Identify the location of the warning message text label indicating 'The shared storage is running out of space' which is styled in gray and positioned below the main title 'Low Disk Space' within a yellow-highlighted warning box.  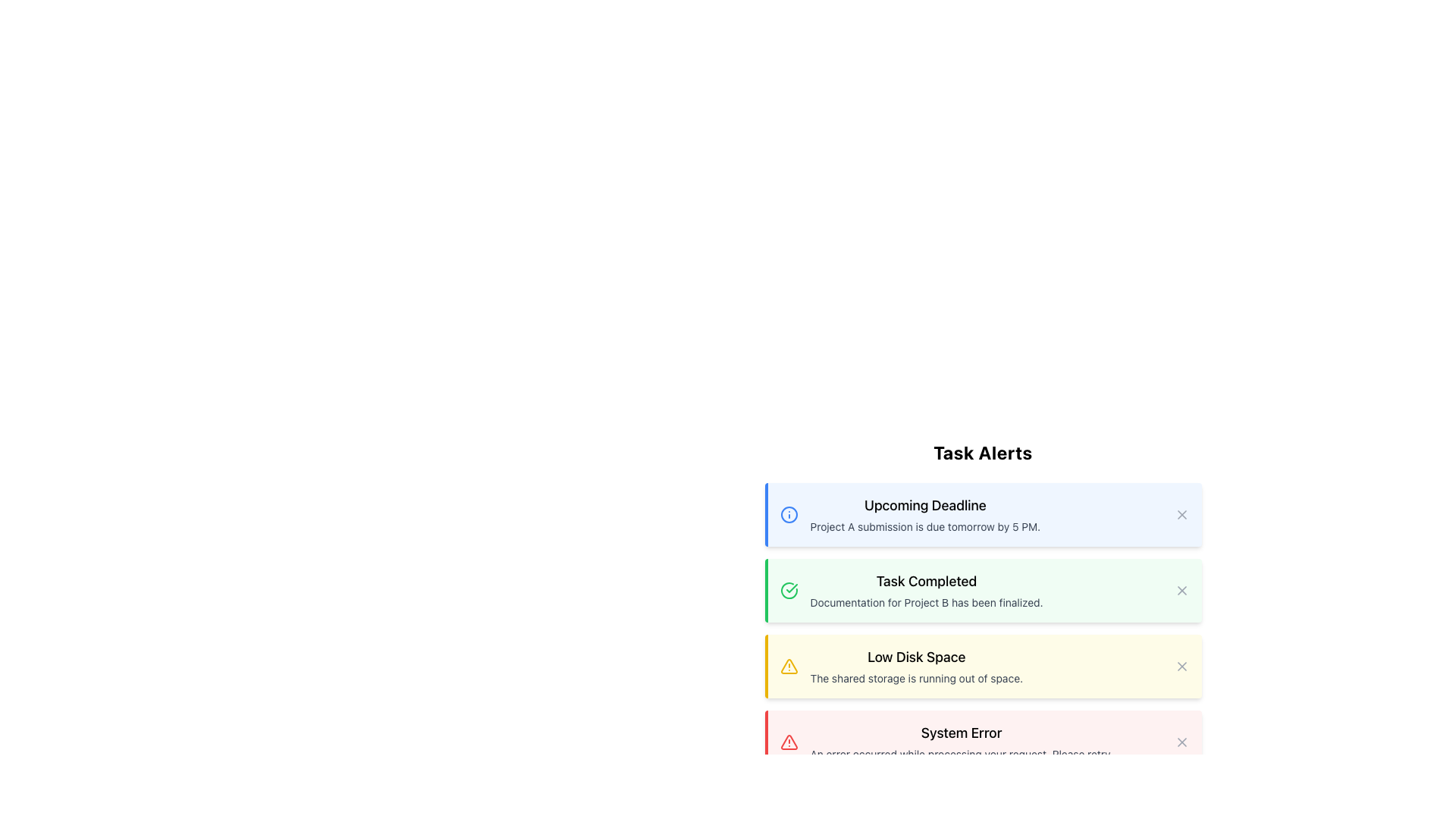
(915, 677).